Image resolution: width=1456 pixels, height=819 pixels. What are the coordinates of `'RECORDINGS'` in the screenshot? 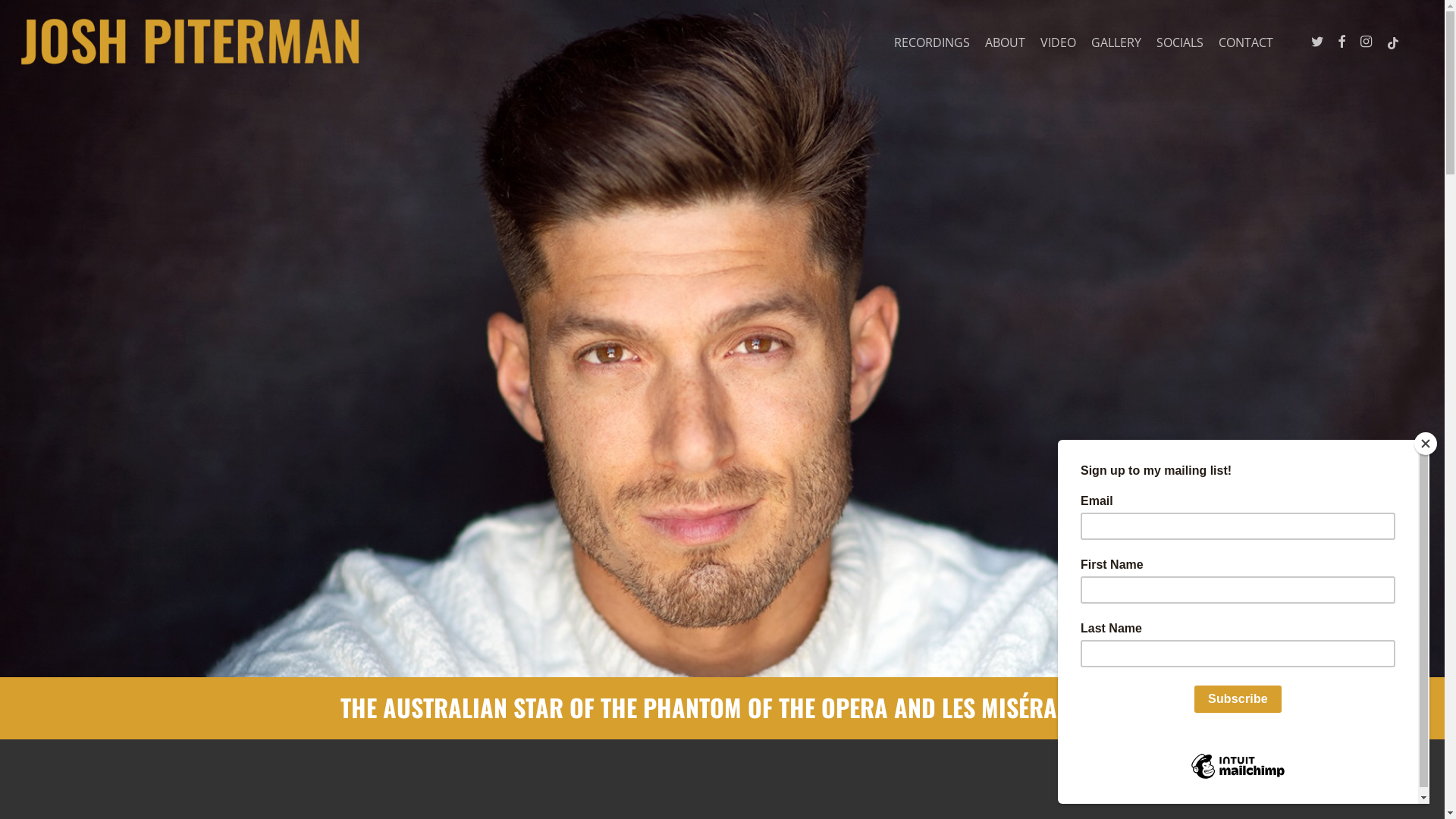 It's located at (930, 42).